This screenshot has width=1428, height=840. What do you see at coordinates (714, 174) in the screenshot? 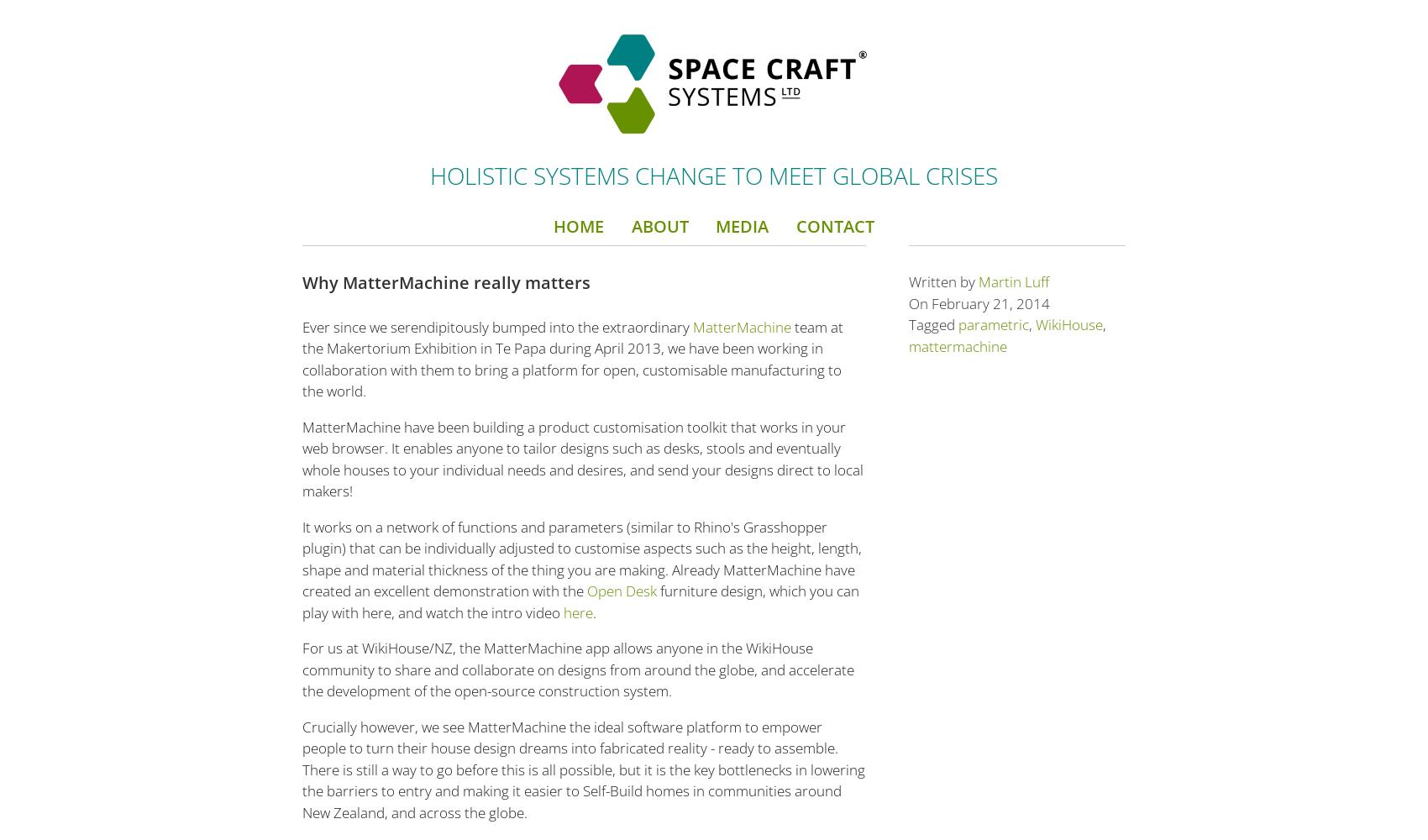
I see `'holistic systems change to meet global crises'` at bounding box center [714, 174].